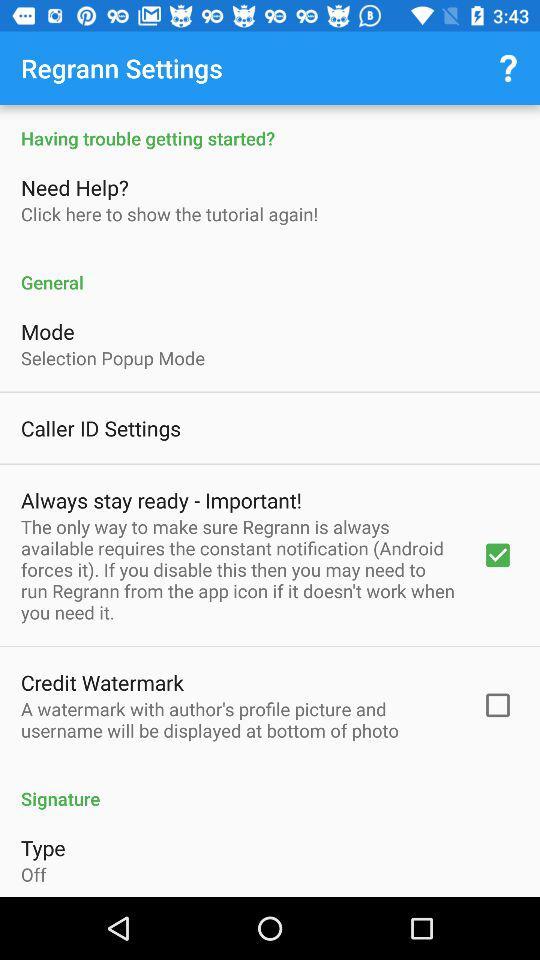  Describe the element at coordinates (270, 270) in the screenshot. I see `the icon above the mode icon` at that location.